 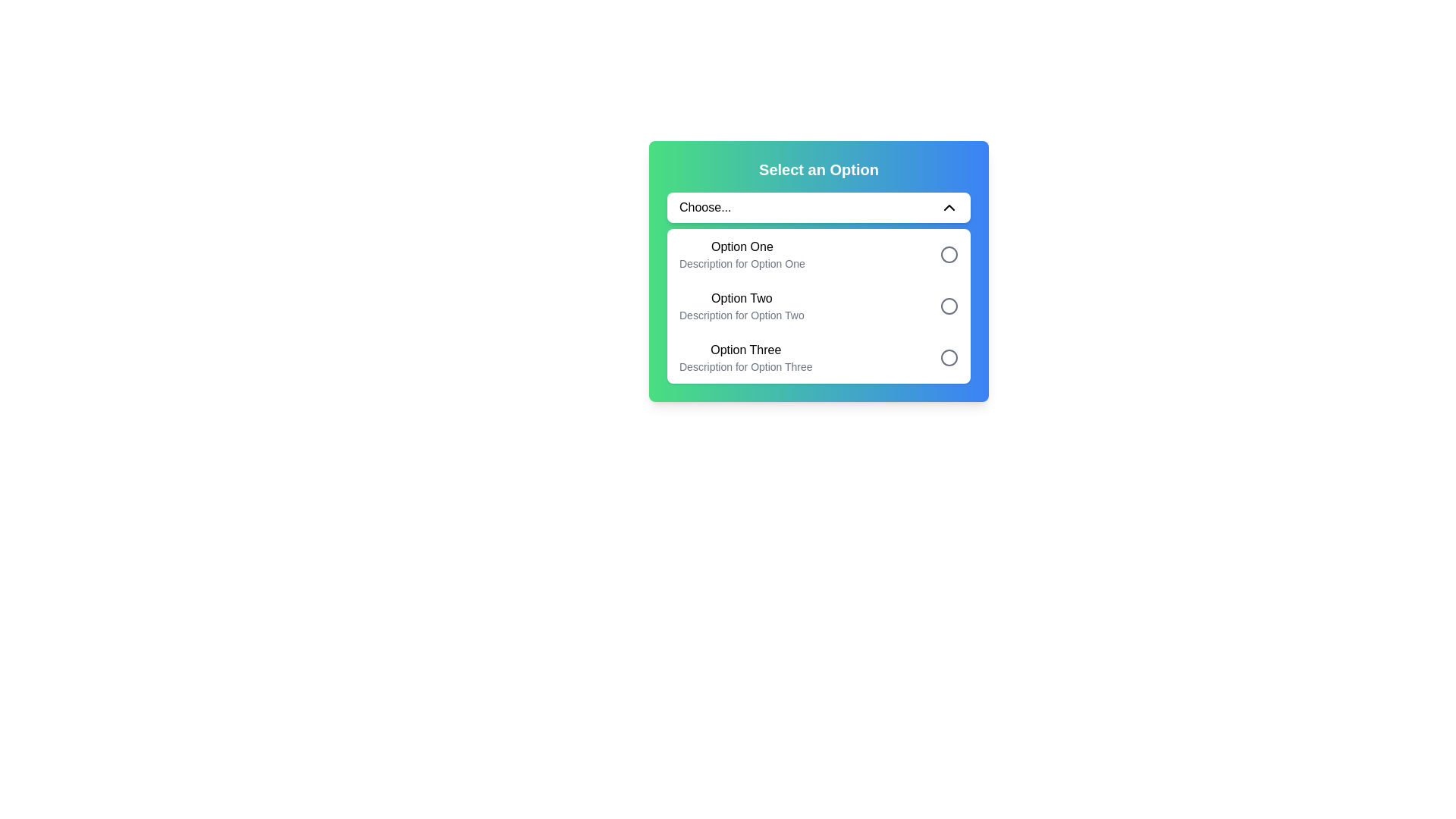 I want to click on the selectable list item with a radio button for 'Option Two', so click(x=818, y=306).